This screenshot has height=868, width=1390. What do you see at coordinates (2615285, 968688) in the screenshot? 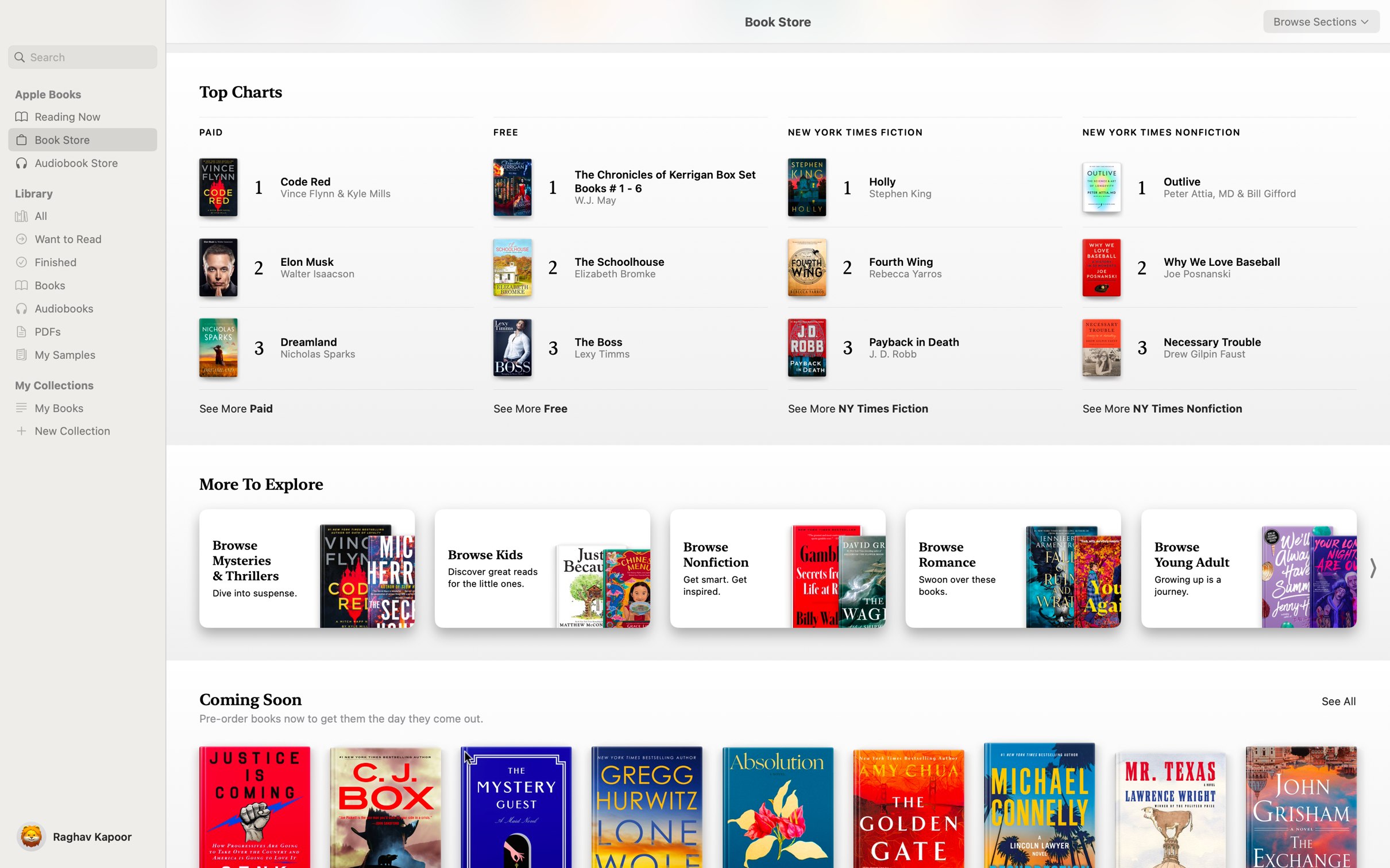
I see `Move down to see all finalized titles` at bounding box center [2615285, 968688].